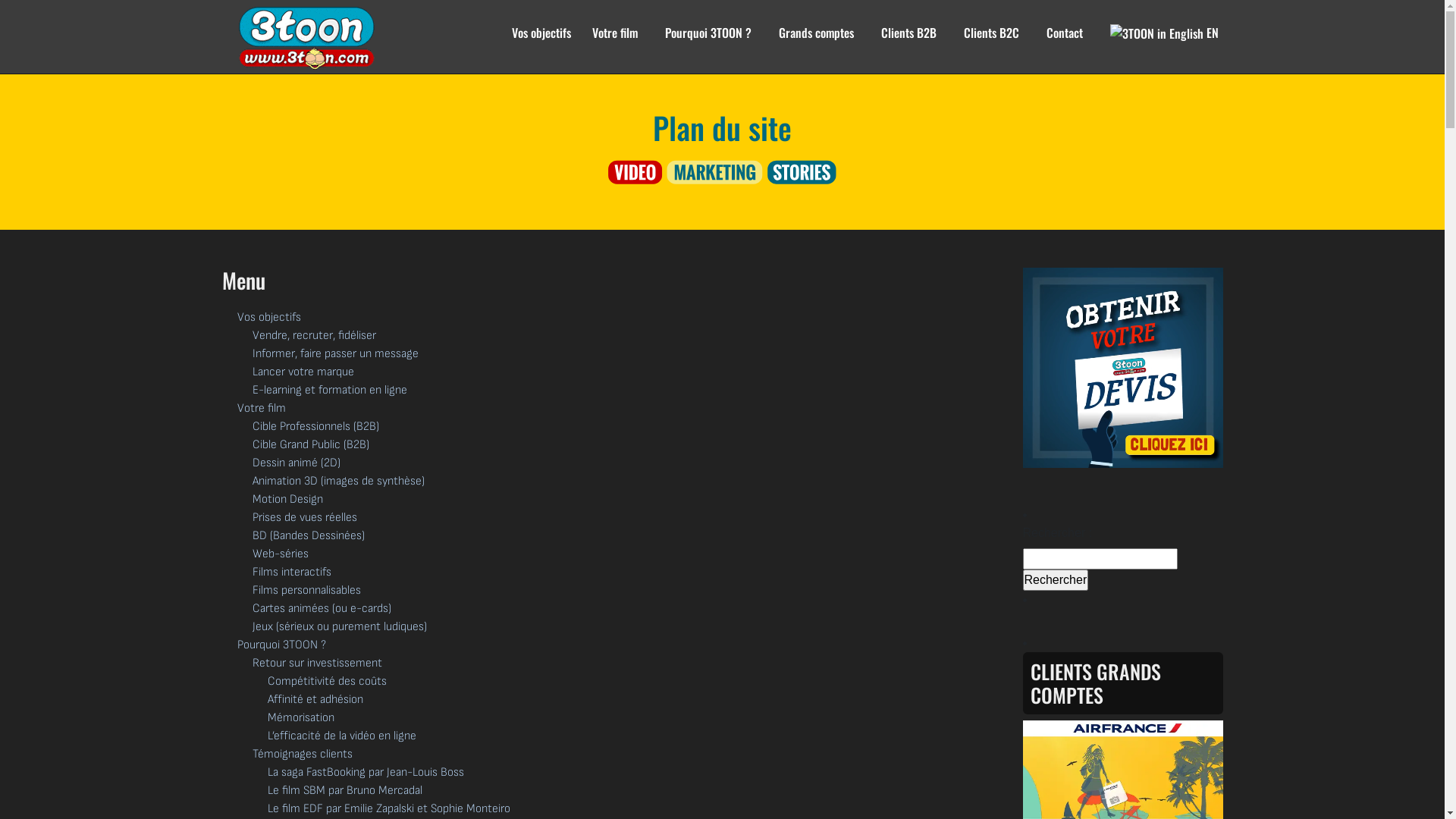 This screenshot has width=1456, height=819. What do you see at coordinates (1054, 579) in the screenshot?
I see `'Rechercher'` at bounding box center [1054, 579].